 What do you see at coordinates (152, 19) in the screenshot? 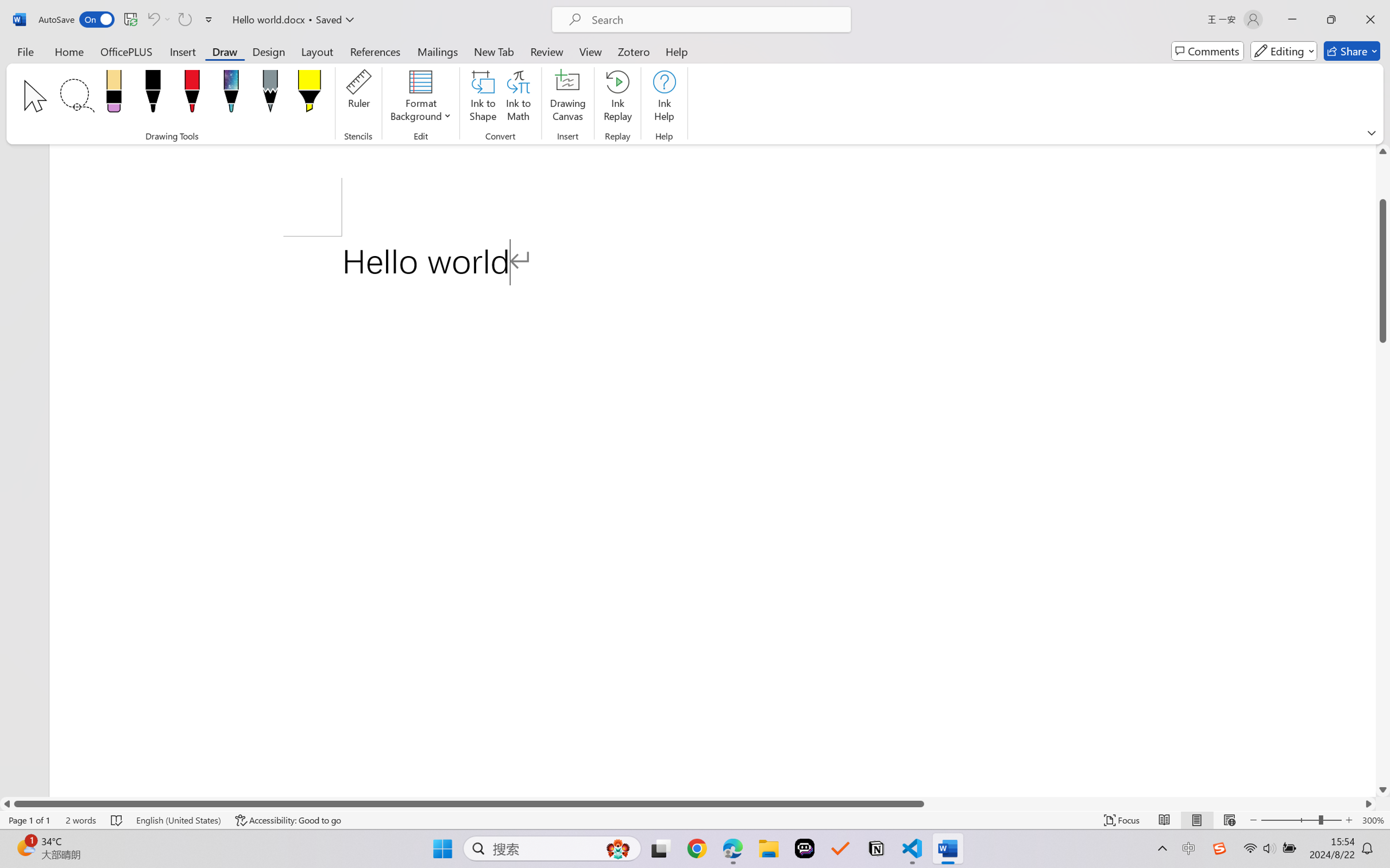
I see `'Can'` at bounding box center [152, 19].